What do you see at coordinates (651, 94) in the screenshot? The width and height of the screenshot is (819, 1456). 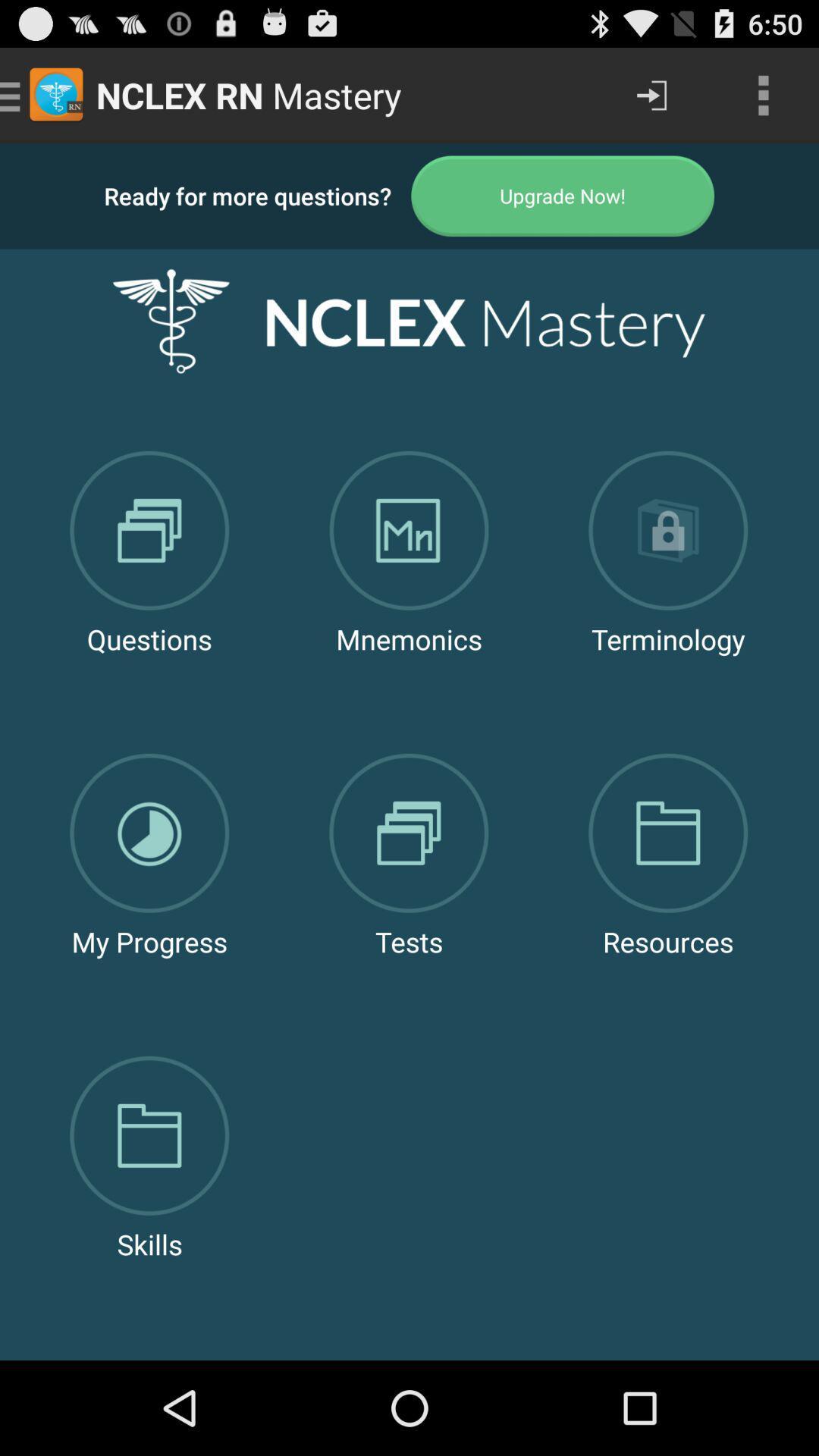 I see `the icon to the right of nclex rn mastery item` at bounding box center [651, 94].